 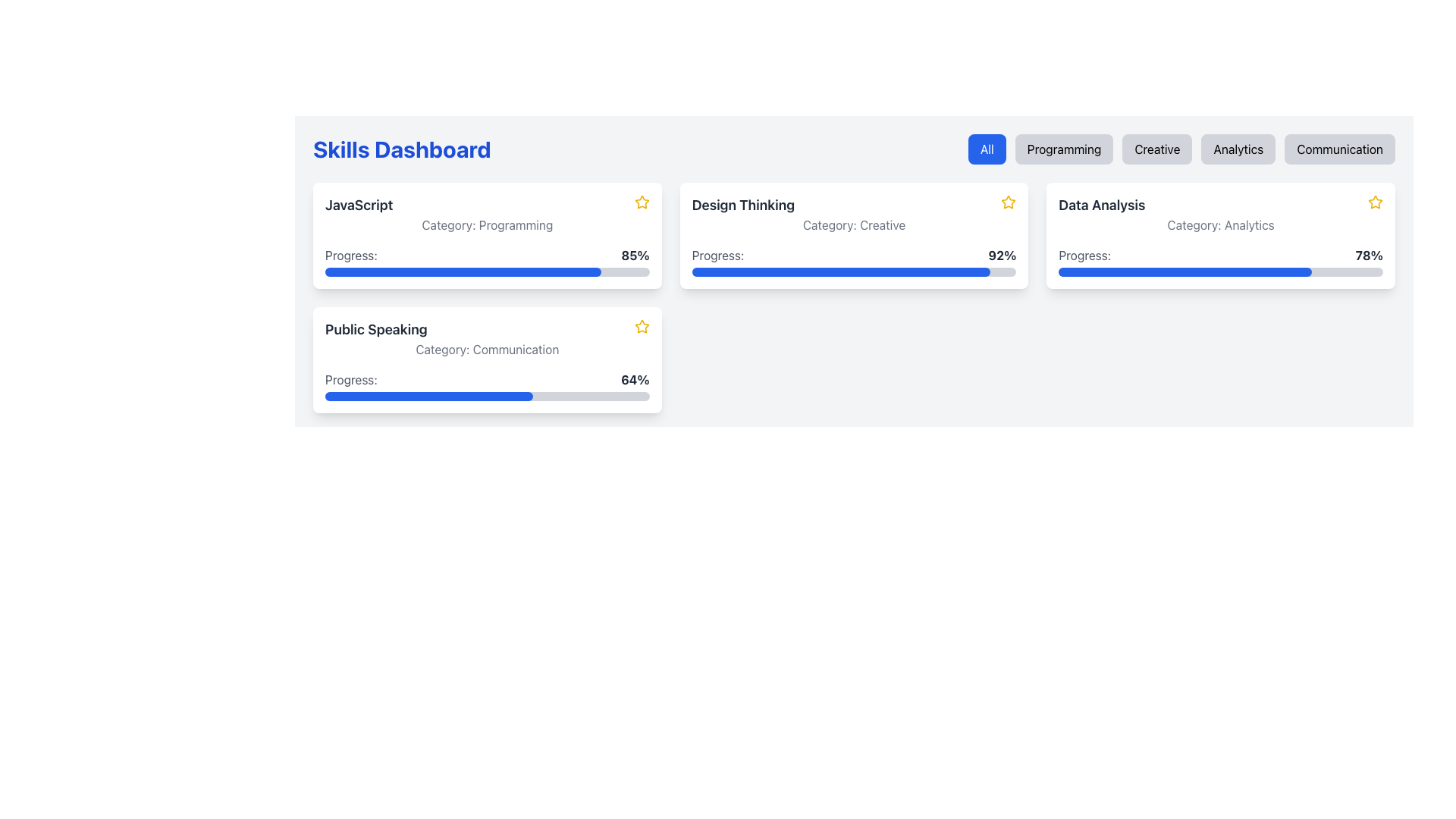 I want to click on the analytics filter button, which is the fourth button in a horizontal row of five buttons, located between the 'Creative' button on the left and the 'Communication' button on the right, so click(x=1238, y=149).